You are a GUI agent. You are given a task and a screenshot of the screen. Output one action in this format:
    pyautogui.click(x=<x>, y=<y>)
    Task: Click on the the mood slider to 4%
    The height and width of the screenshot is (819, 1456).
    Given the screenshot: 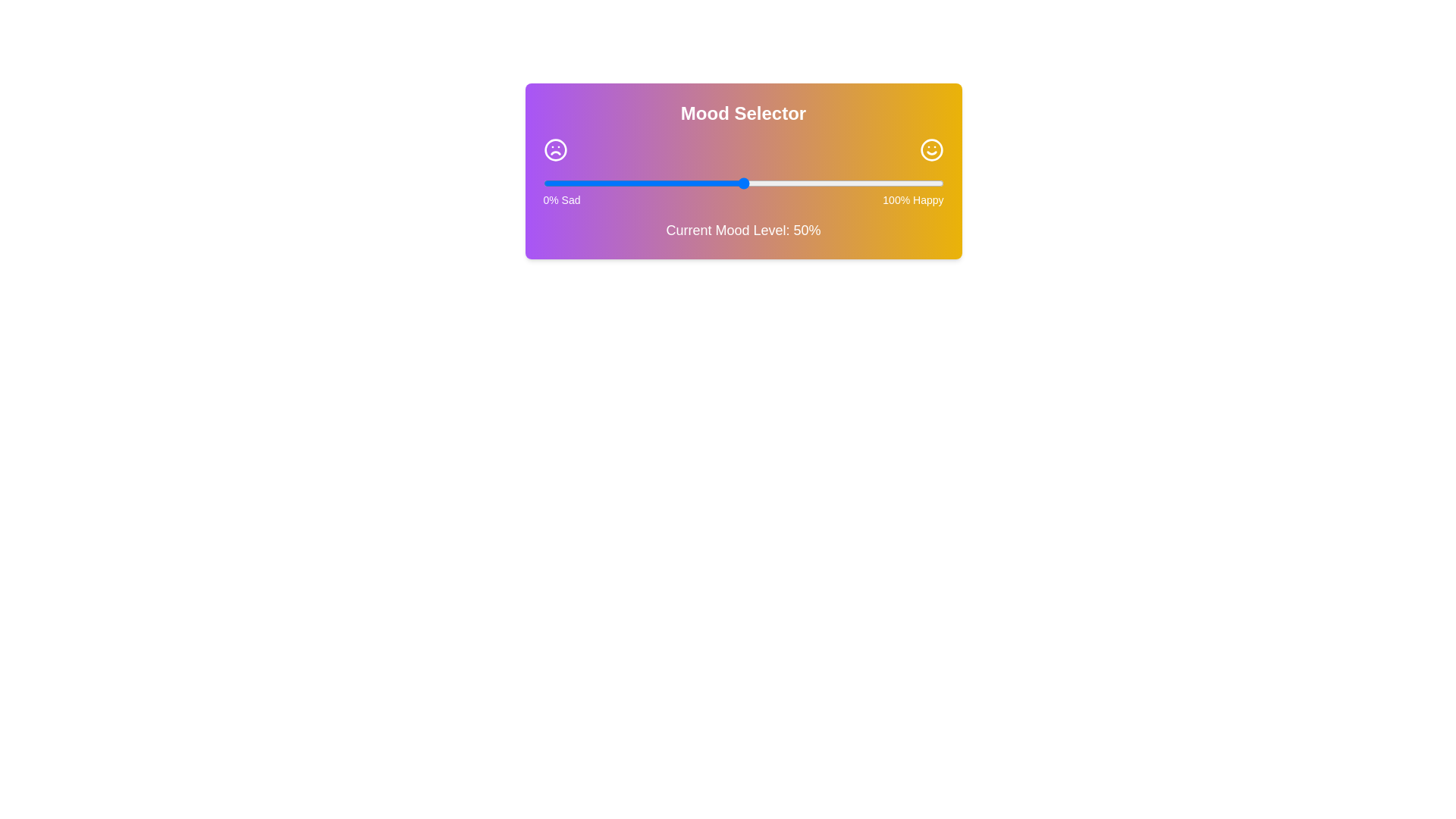 What is the action you would take?
    pyautogui.click(x=558, y=183)
    